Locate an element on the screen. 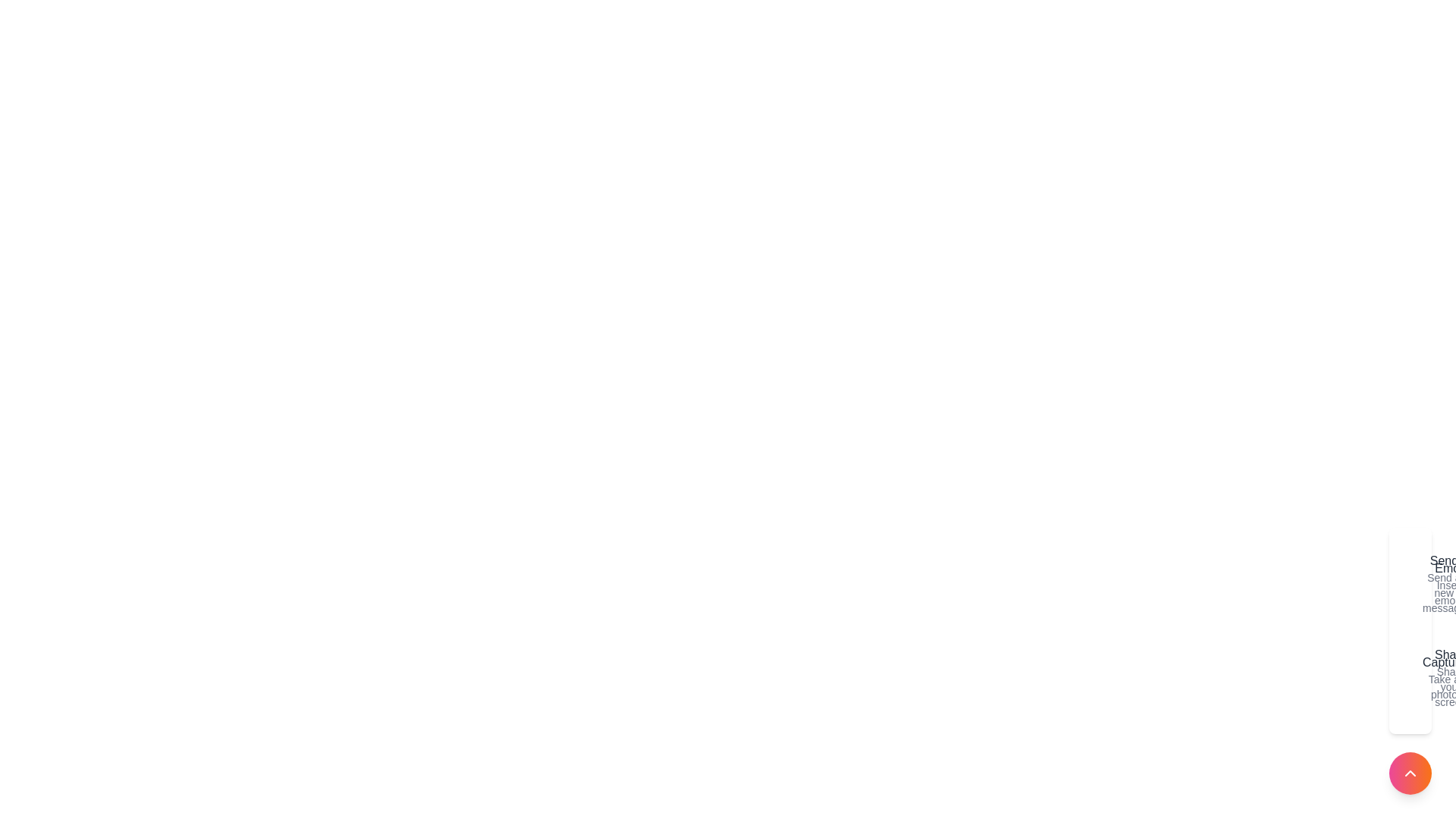 This screenshot has width=1456, height=819. the action Capture to highlight it is located at coordinates (1412, 677).